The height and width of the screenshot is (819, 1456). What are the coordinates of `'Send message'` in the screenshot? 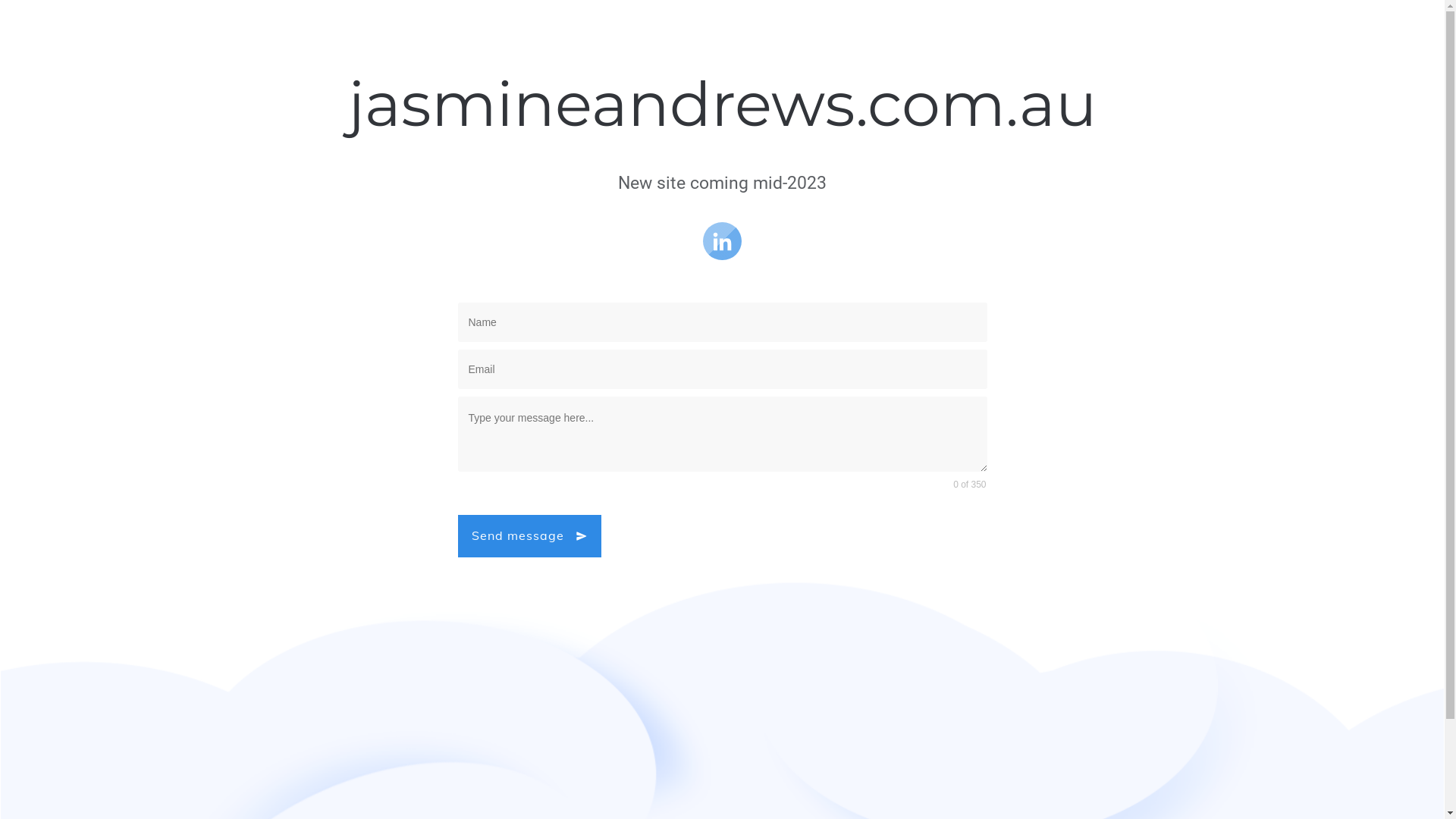 It's located at (529, 535).